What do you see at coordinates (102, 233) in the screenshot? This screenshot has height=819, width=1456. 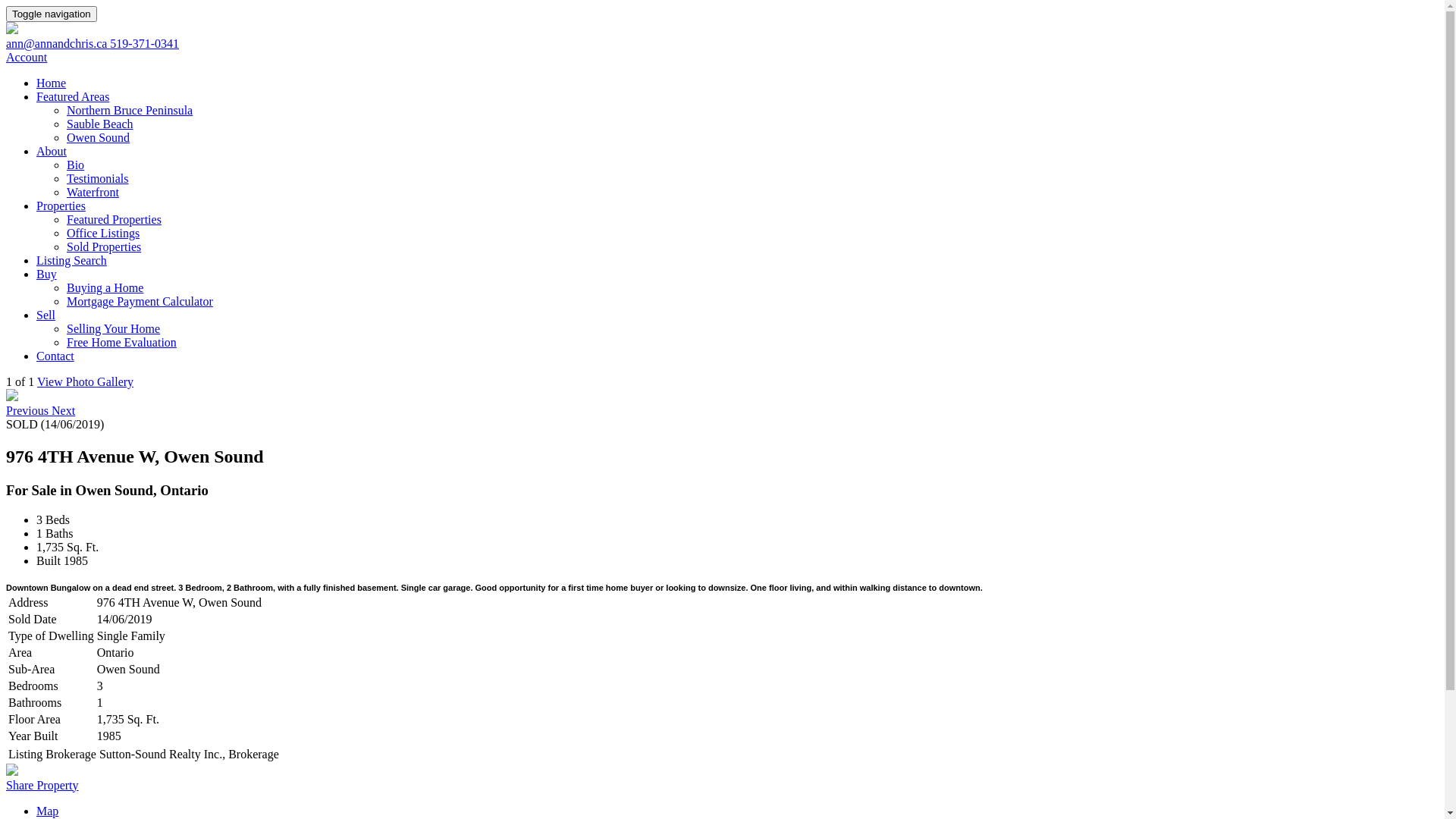 I see `'Office Listings'` at bounding box center [102, 233].